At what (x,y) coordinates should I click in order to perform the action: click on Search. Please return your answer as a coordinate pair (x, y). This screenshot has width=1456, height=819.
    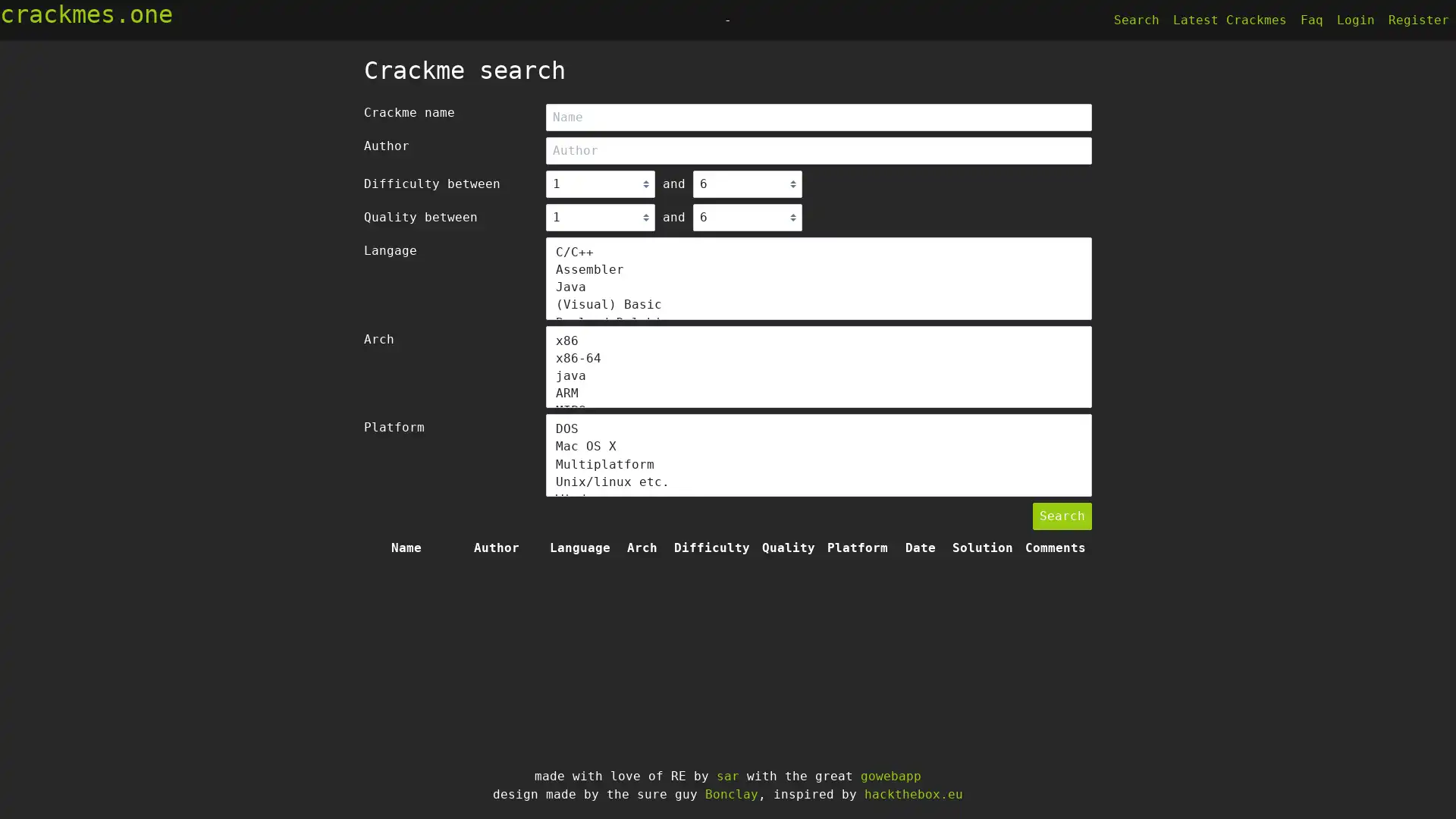
    Looking at the image, I should click on (1062, 516).